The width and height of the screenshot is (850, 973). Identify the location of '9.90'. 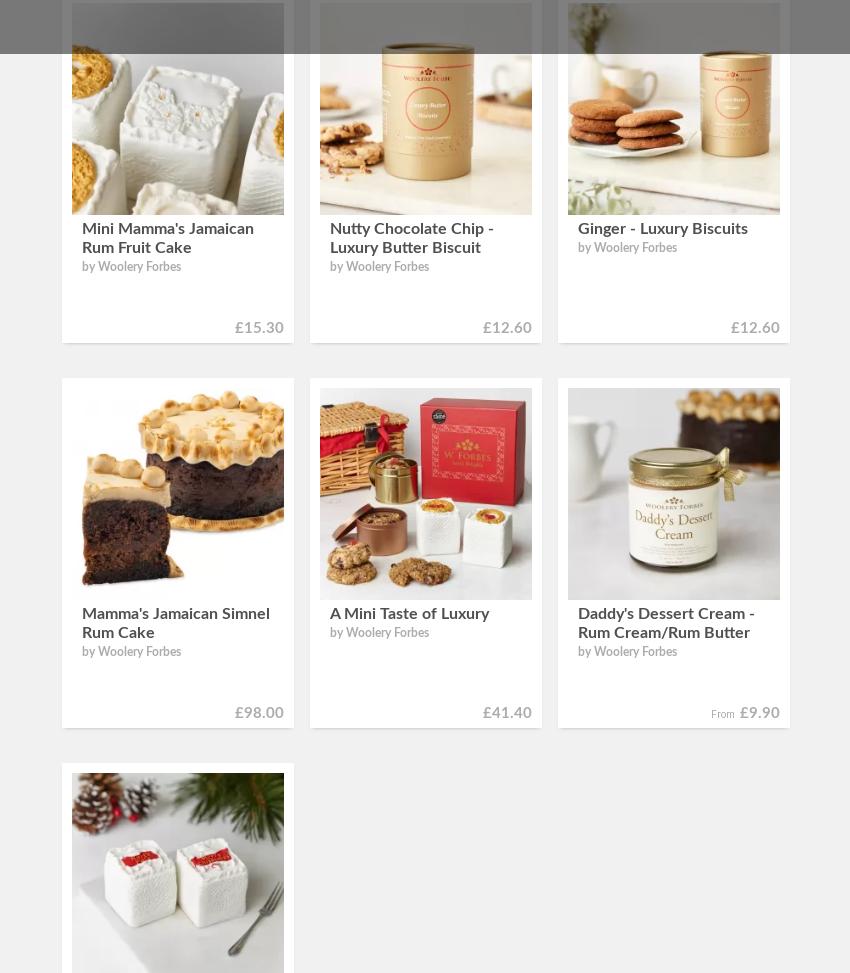
(764, 713).